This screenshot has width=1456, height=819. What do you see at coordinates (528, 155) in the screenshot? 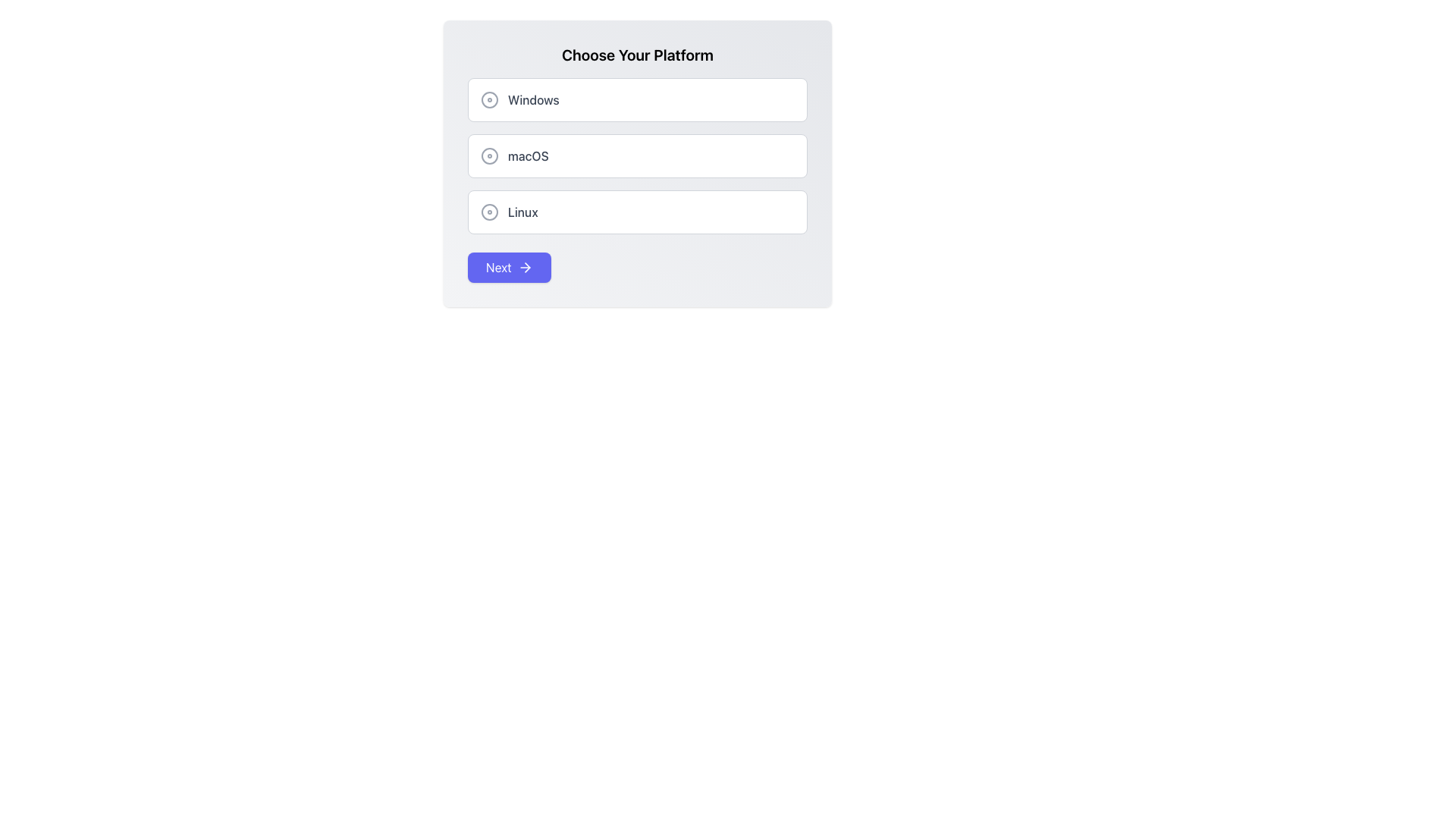
I see `the 'macOS' text label, which describes the associated radio button for the macOS platform option in the selection list` at bounding box center [528, 155].